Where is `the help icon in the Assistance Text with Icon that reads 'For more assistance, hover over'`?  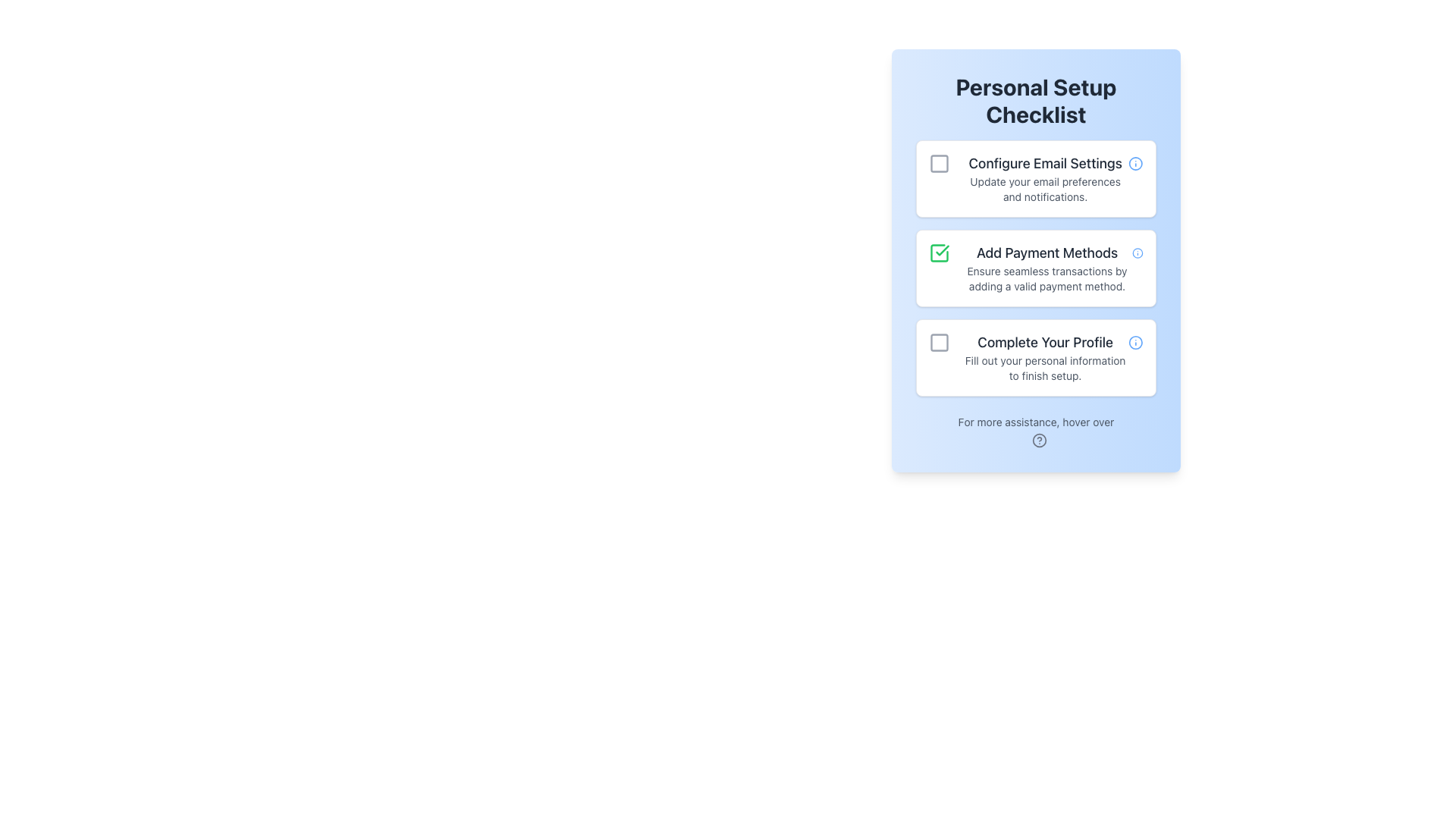 the help icon in the Assistance Text with Icon that reads 'For more assistance, hover over' is located at coordinates (1035, 431).